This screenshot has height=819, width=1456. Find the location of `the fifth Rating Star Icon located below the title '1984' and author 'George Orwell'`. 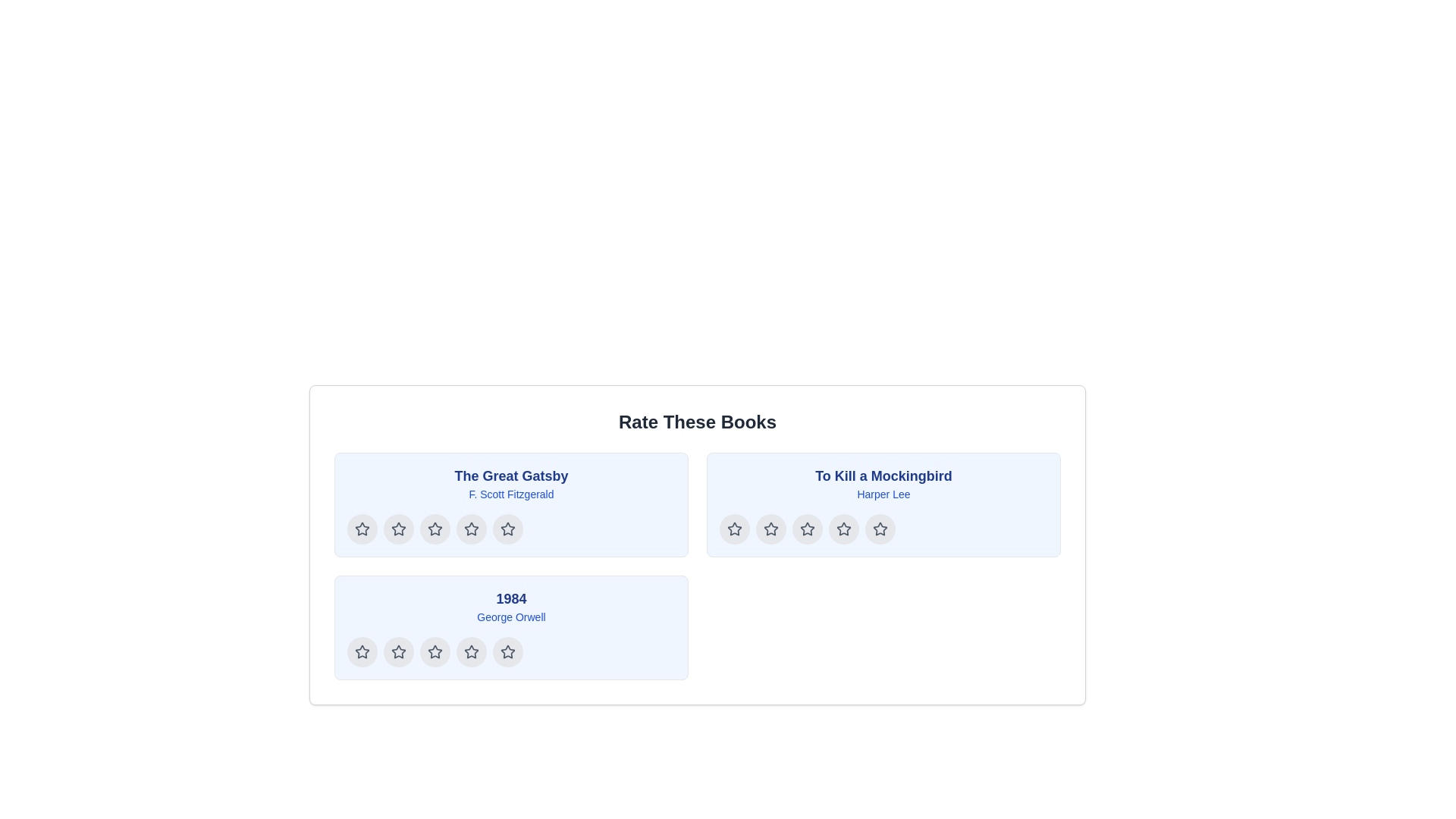

the fifth Rating Star Icon located below the title '1984' and author 'George Orwell' is located at coordinates (435, 651).